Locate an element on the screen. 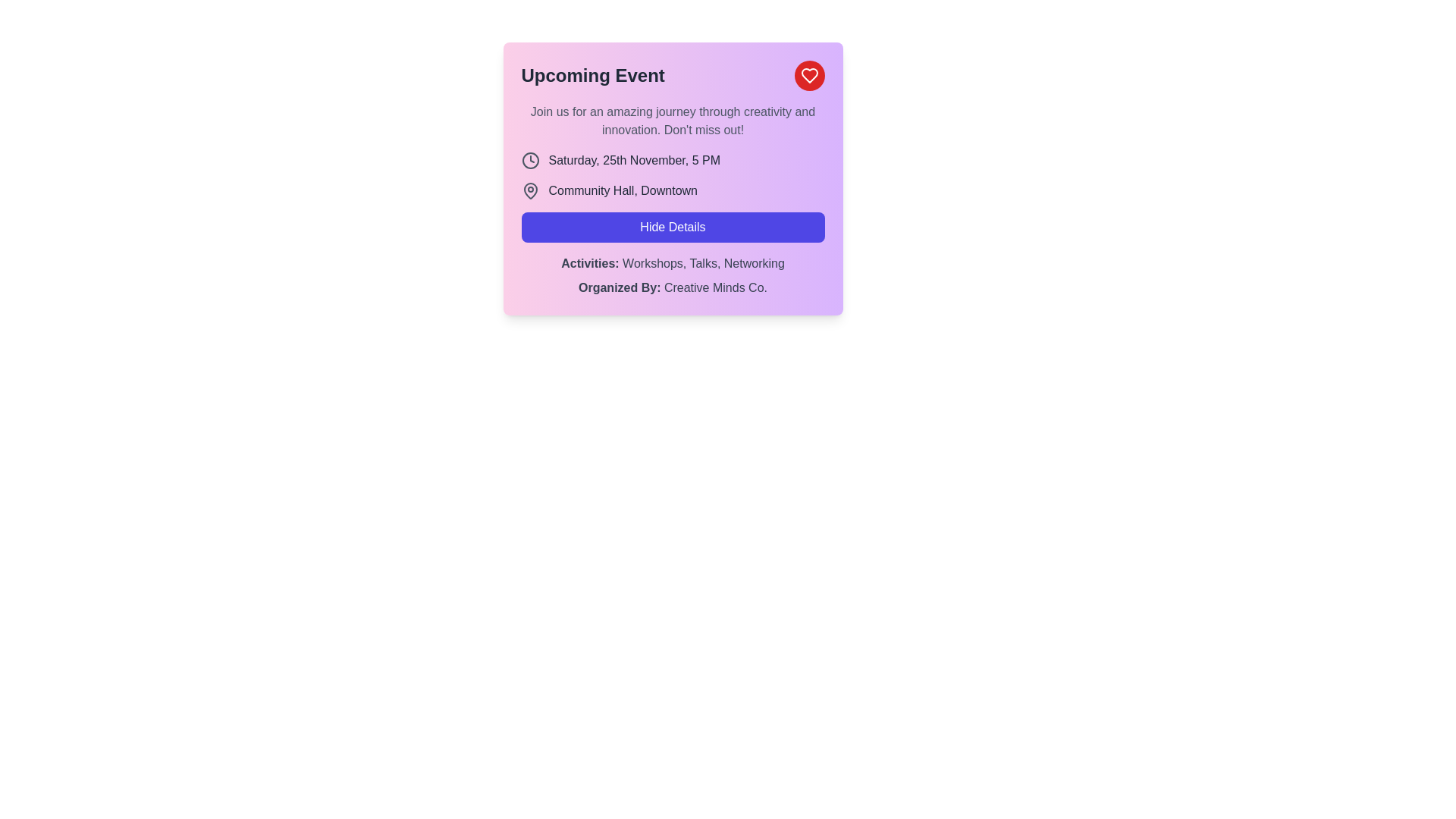 Image resolution: width=1456 pixels, height=819 pixels. text block styled in gray, located under the title 'Upcoming Event', which contains the content: 'Join us for an amazing journey through creativity and innovation. Don't miss out!' is located at coordinates (672, 120).